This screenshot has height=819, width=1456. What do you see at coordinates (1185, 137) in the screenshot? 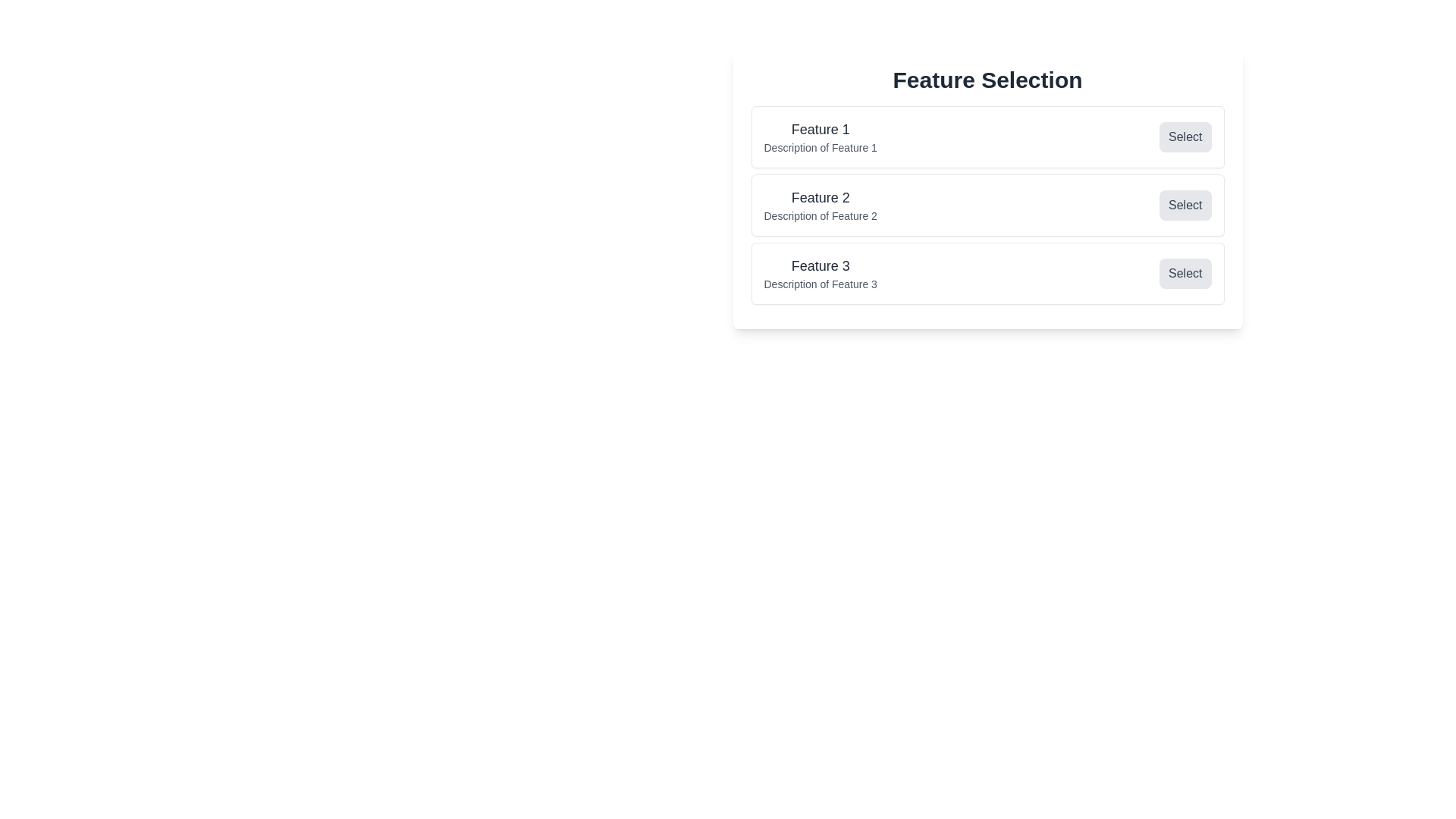
I see `the 'Select' button with rounded corners and a light gray background, located at the rightmost end of the row for 'Feature 1'` at bounding box center [1185, 137].